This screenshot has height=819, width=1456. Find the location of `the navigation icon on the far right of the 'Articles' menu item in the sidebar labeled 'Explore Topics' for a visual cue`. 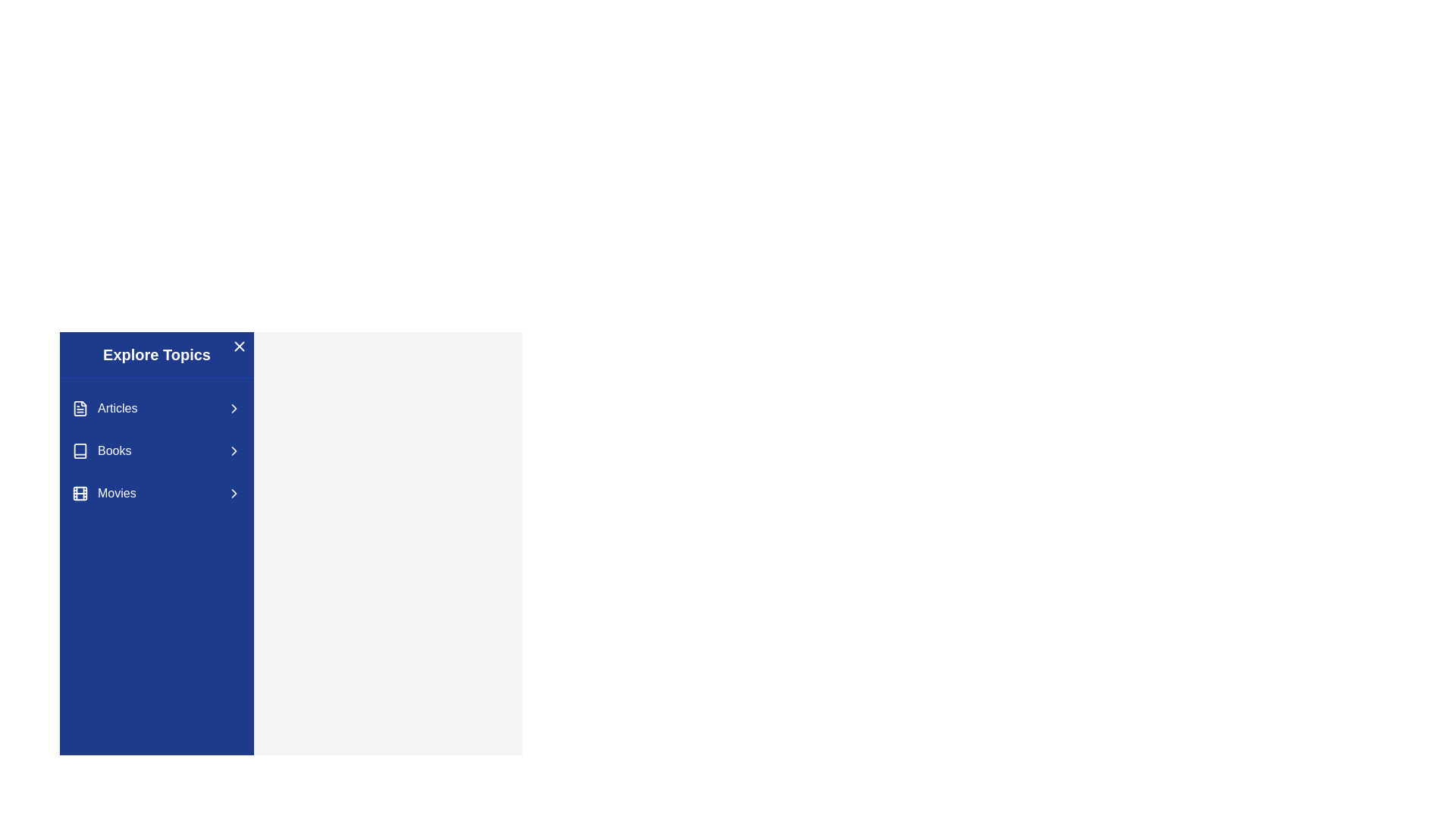

the navigation icon on the far right of the 'Articles' menu item in the sidebar labeled 'Explore Topics' for a visual cue is located at coordinates (233, 408).